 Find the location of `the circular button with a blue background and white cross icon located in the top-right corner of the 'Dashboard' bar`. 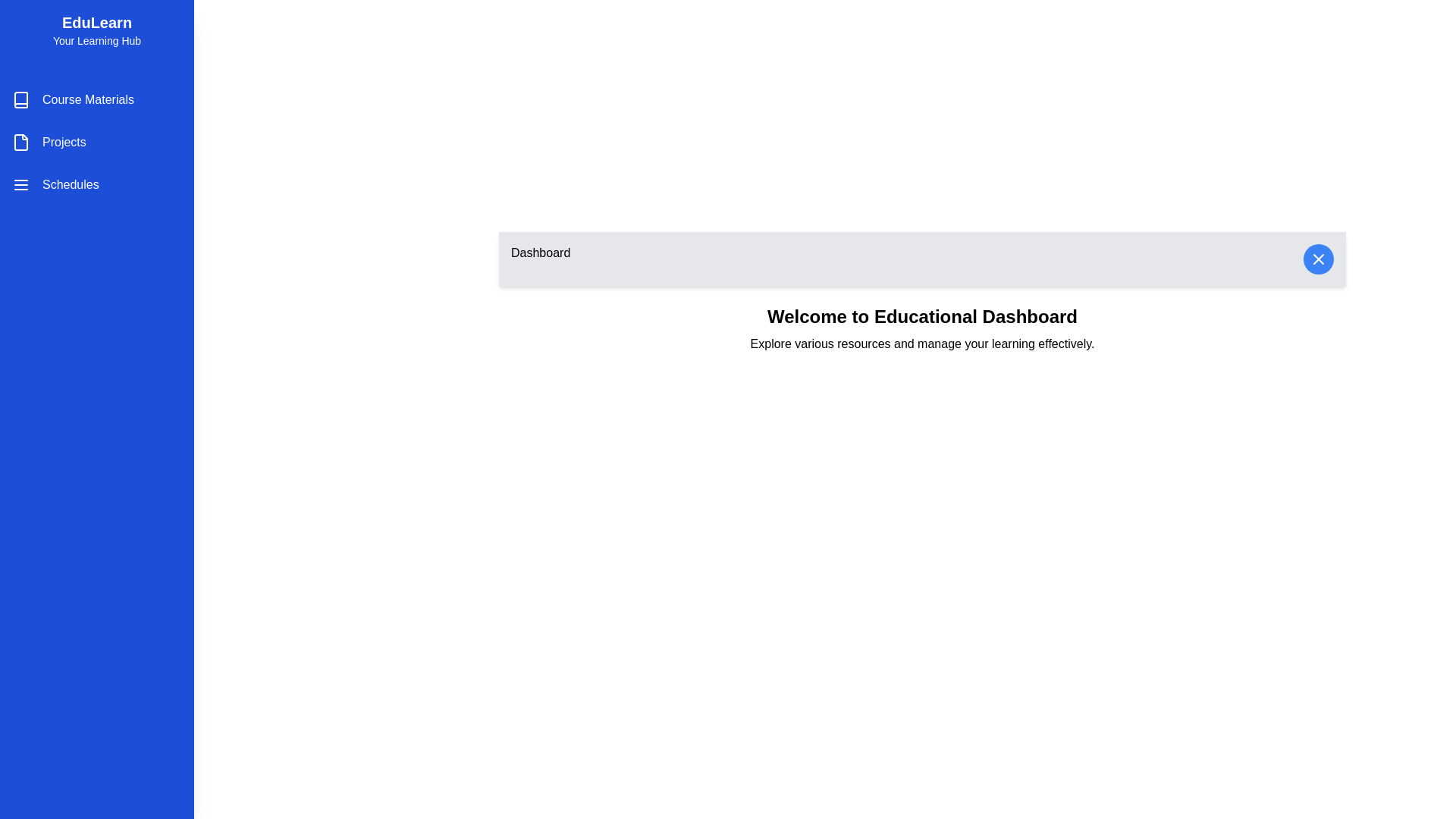

the circular button with a blue background and white cross icon located in the top-right corner of the 'Dashboard' bar is located at coordinates (1317, 259).